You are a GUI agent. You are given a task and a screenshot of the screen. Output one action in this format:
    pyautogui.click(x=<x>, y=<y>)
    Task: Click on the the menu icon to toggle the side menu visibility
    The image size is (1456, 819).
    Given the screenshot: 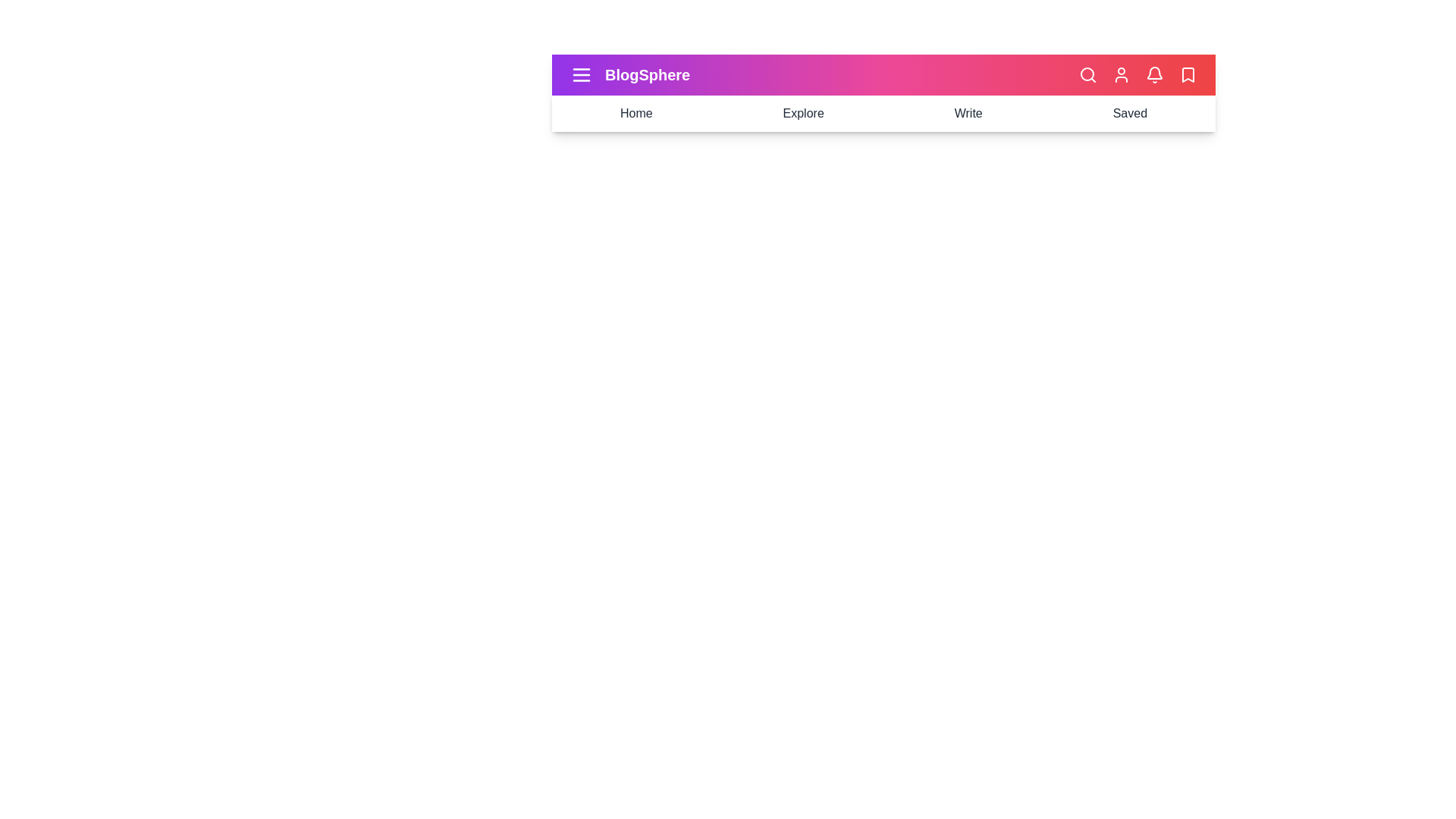 What is the action you would take?
    pyautogui.click(x=581, y=75)
    